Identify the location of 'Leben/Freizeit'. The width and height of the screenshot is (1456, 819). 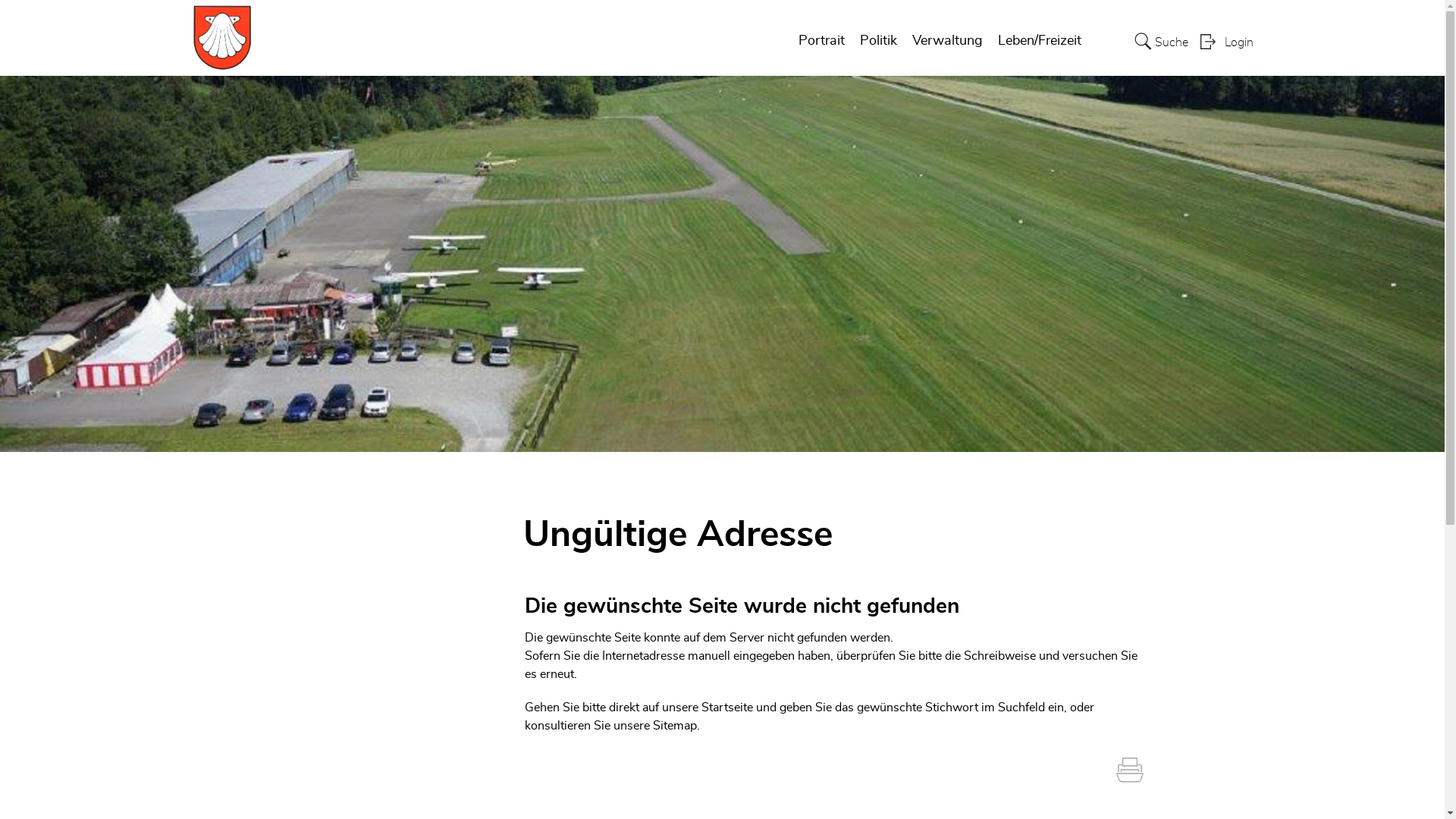
(1039, 40).